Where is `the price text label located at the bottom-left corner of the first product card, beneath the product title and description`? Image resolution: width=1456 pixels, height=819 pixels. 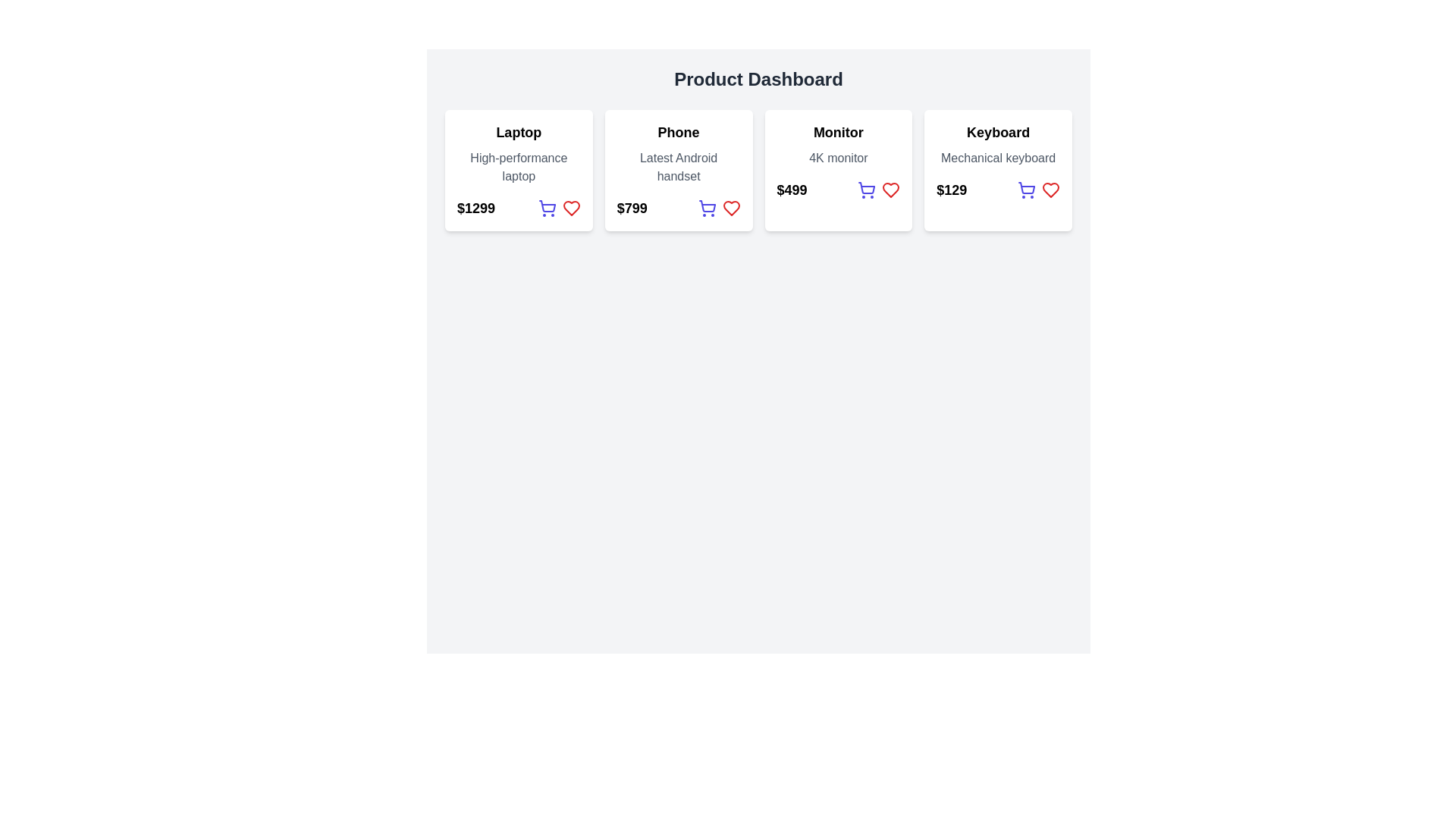 the price text label located at the bottom-left corner of the first product card, beneath the product title and description is located at coordinates (475, 208).